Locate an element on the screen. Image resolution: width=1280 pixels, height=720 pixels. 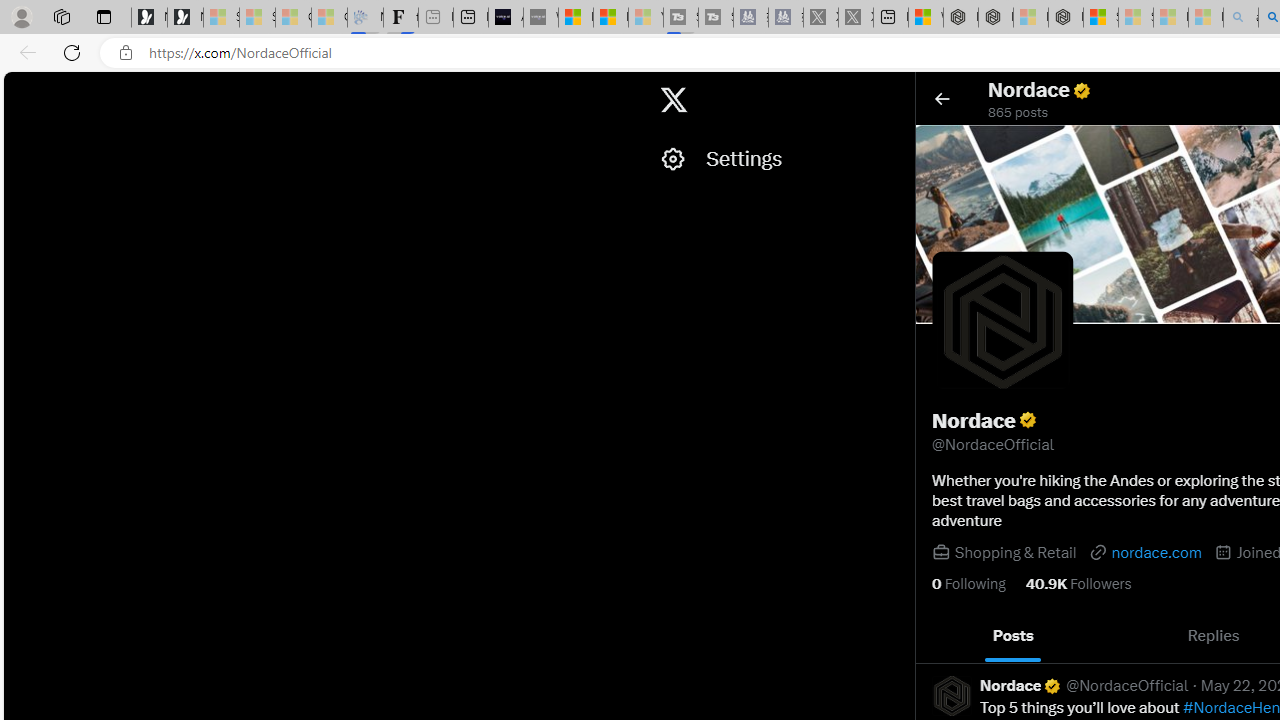
'Square profile picture' is located at coordinates (950, 694).